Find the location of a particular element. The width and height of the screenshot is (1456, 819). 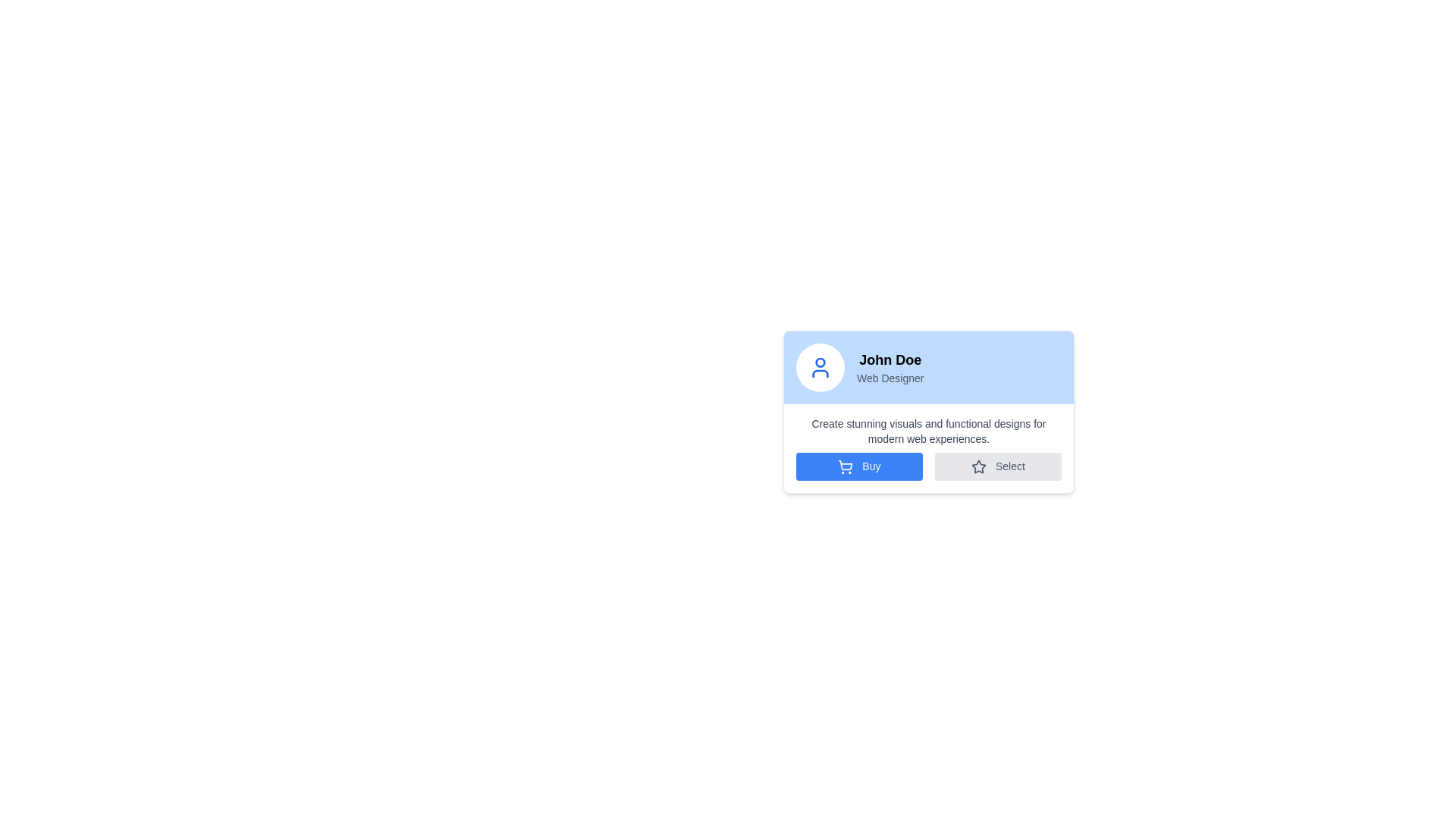

the 'Buy' button that contains the shopping cart icon, which is the largest graphical element in its set of icons is located at coordinates (845, 464).